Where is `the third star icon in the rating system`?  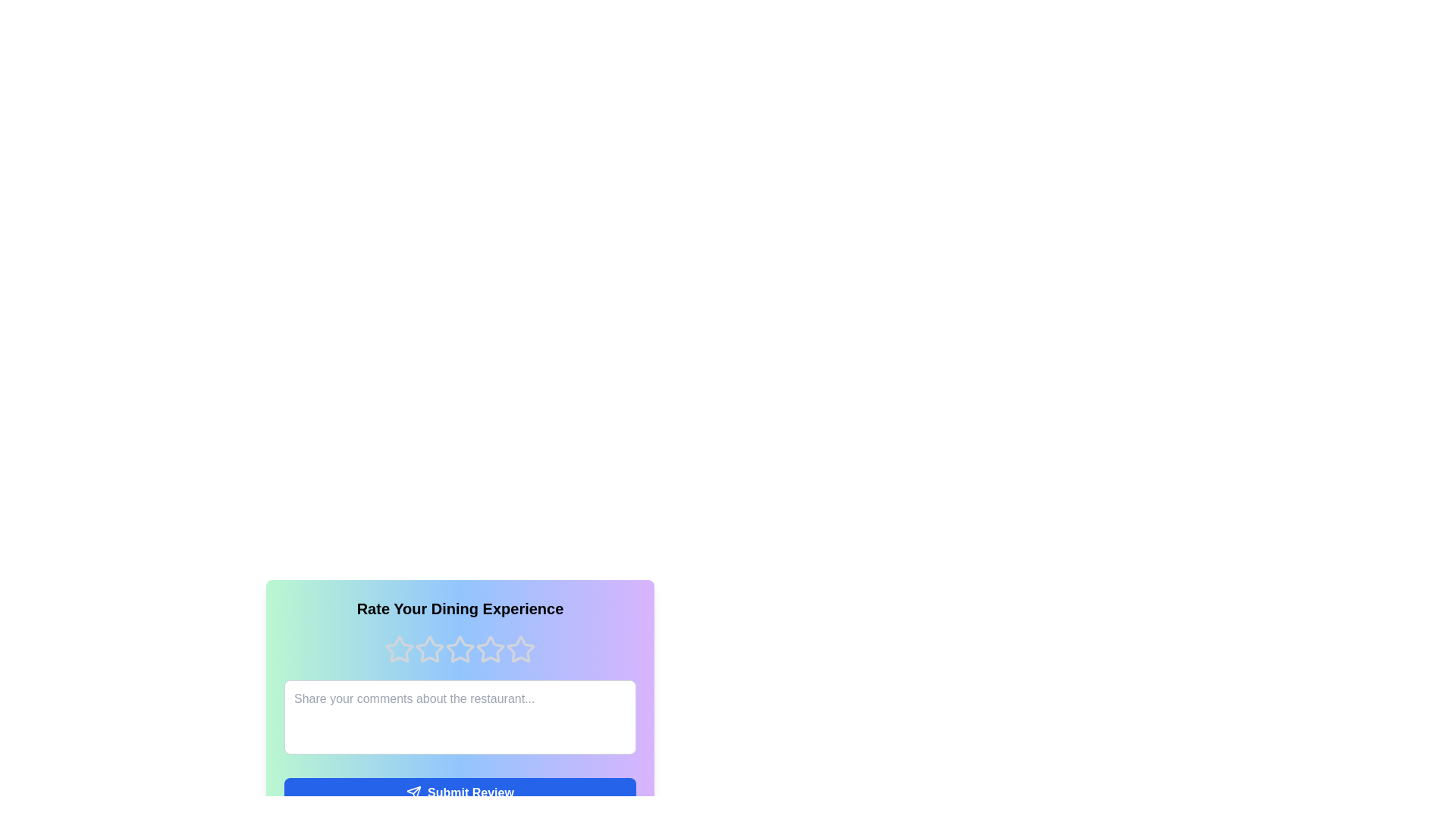
the third star icon in the rating system is located at coordinates (459, 648).